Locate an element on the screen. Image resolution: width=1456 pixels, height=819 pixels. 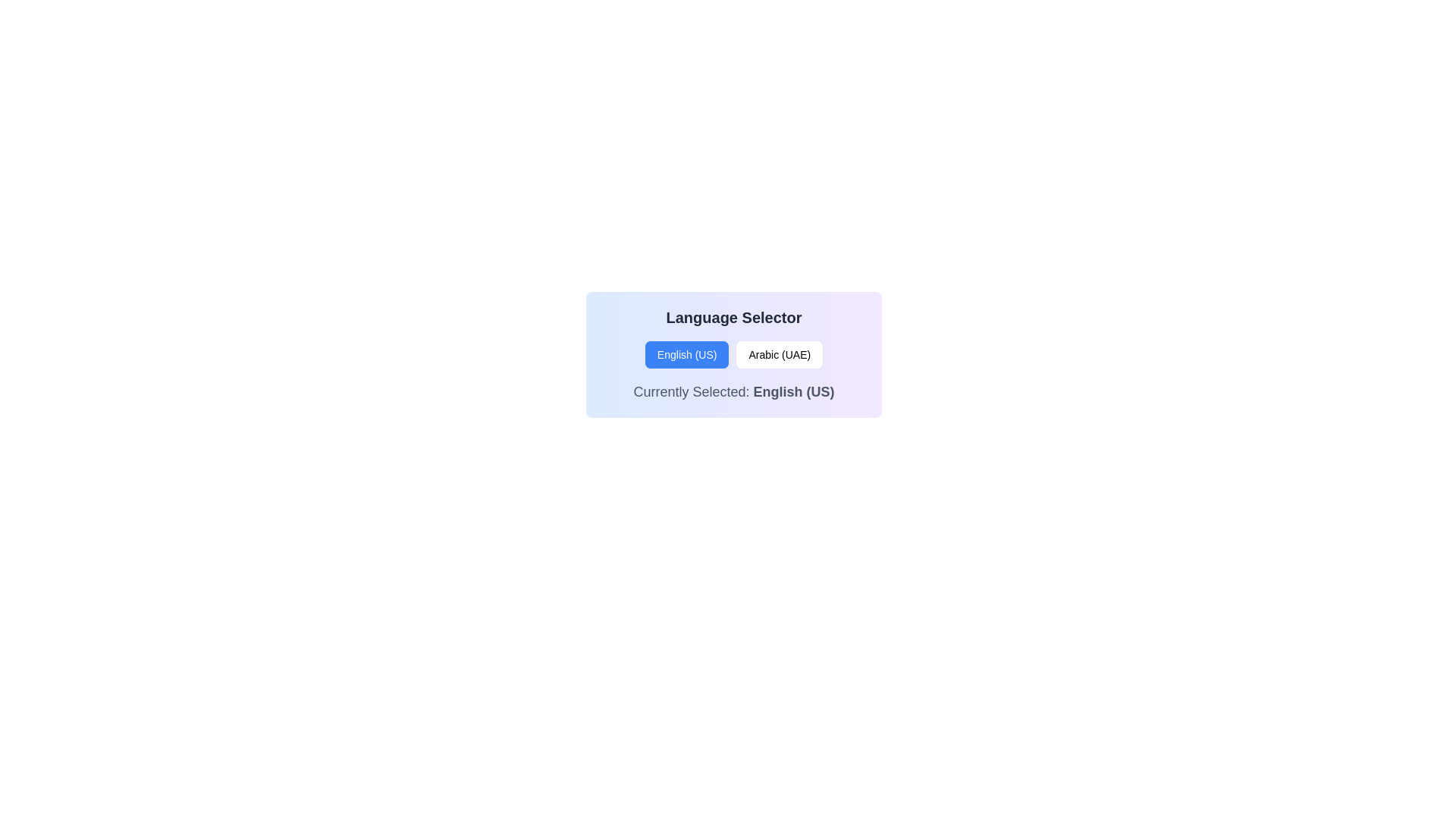
the button labeled 'English (US)' which has a blue background and white text, located at the top-left position among two buttons is located at coordinates (686, 354).